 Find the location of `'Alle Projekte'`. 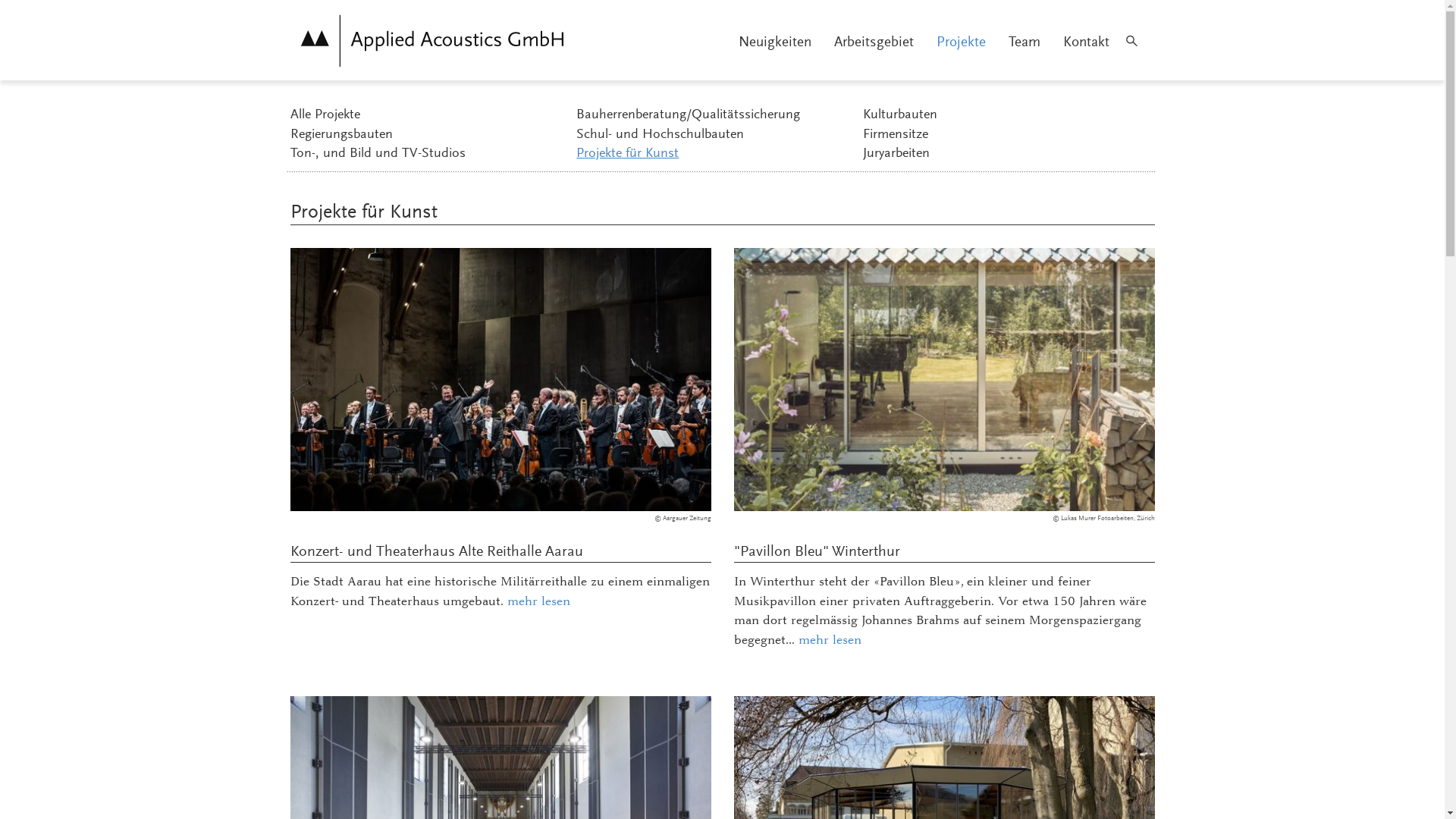

'Alle Projekte' is located at coordinates (428, 115).